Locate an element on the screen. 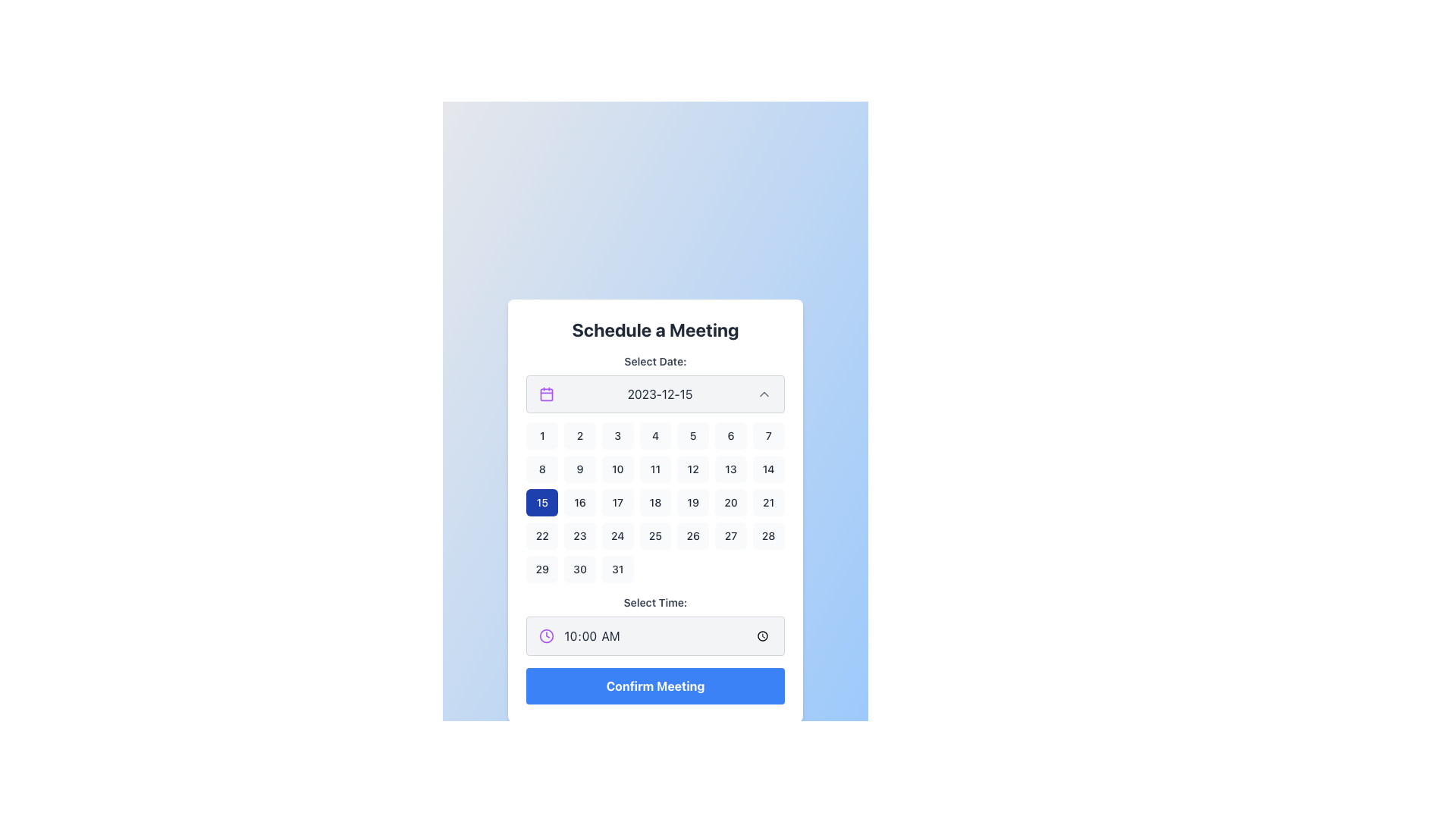 This screenshot has height=819, width=1456. the selectable day button representing the fourth day of the month in the calendar interface is located at coordinates (655, 435).